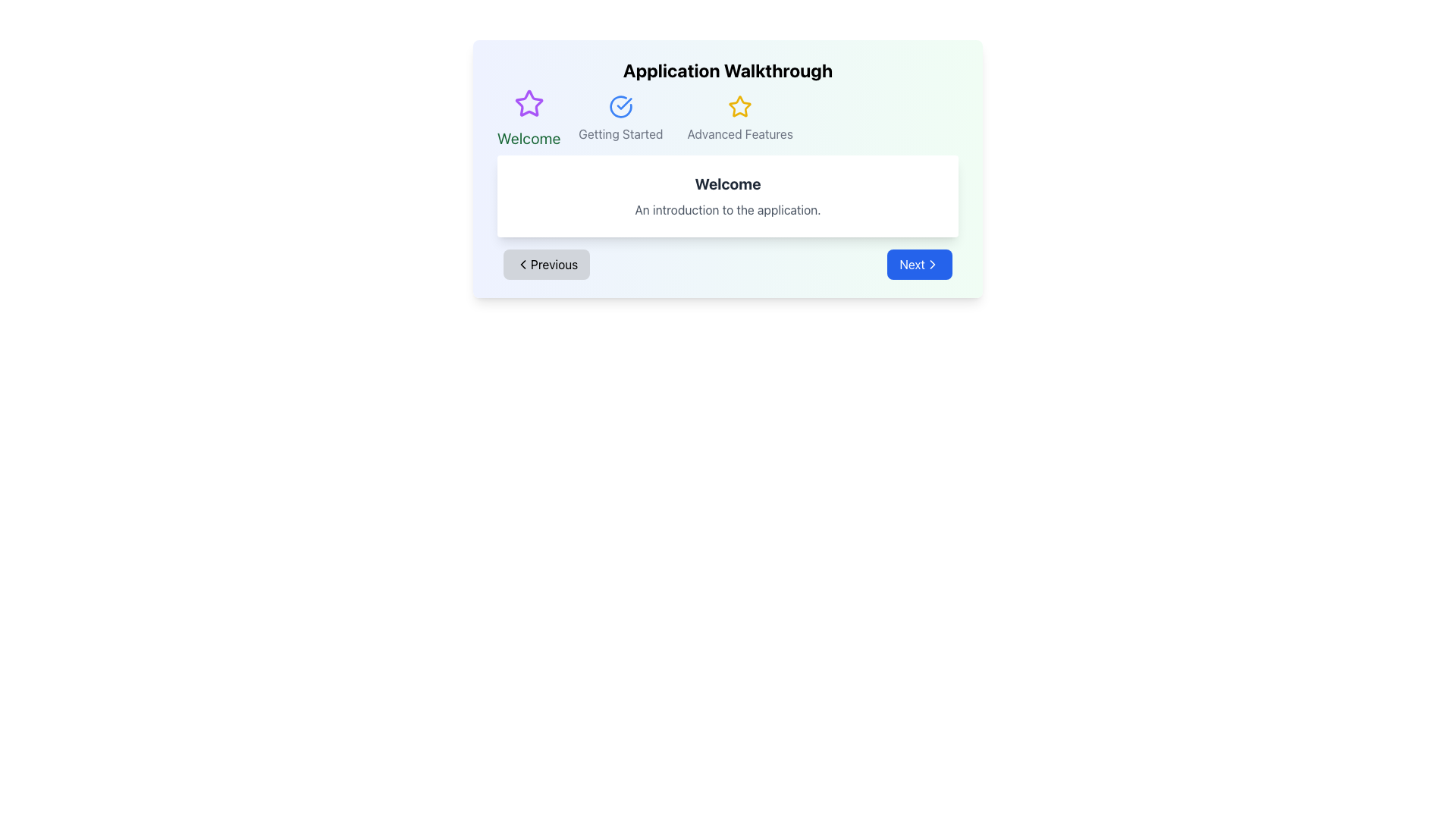 The image size is (1456, 819). What do you see at coordinates (620, 133) in the screenshot?
I see `the text label 'Getting Started', which is positioned centrally under a blue circular icon and between 'Welcome' and 'Advanced Features'` at bounding box center [620, 133].